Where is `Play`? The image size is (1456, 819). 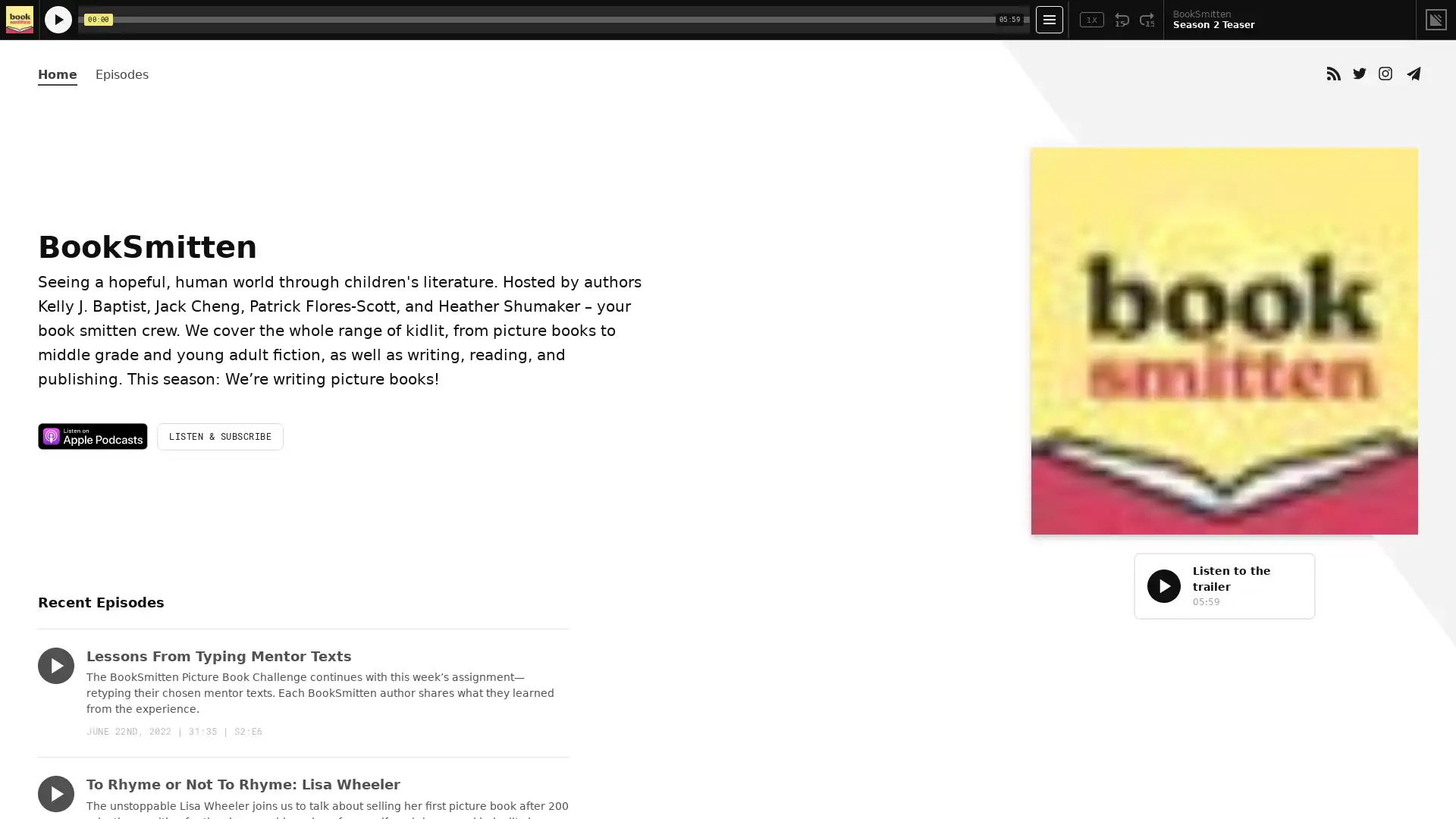 Play is located at coordinates (1163, 585).